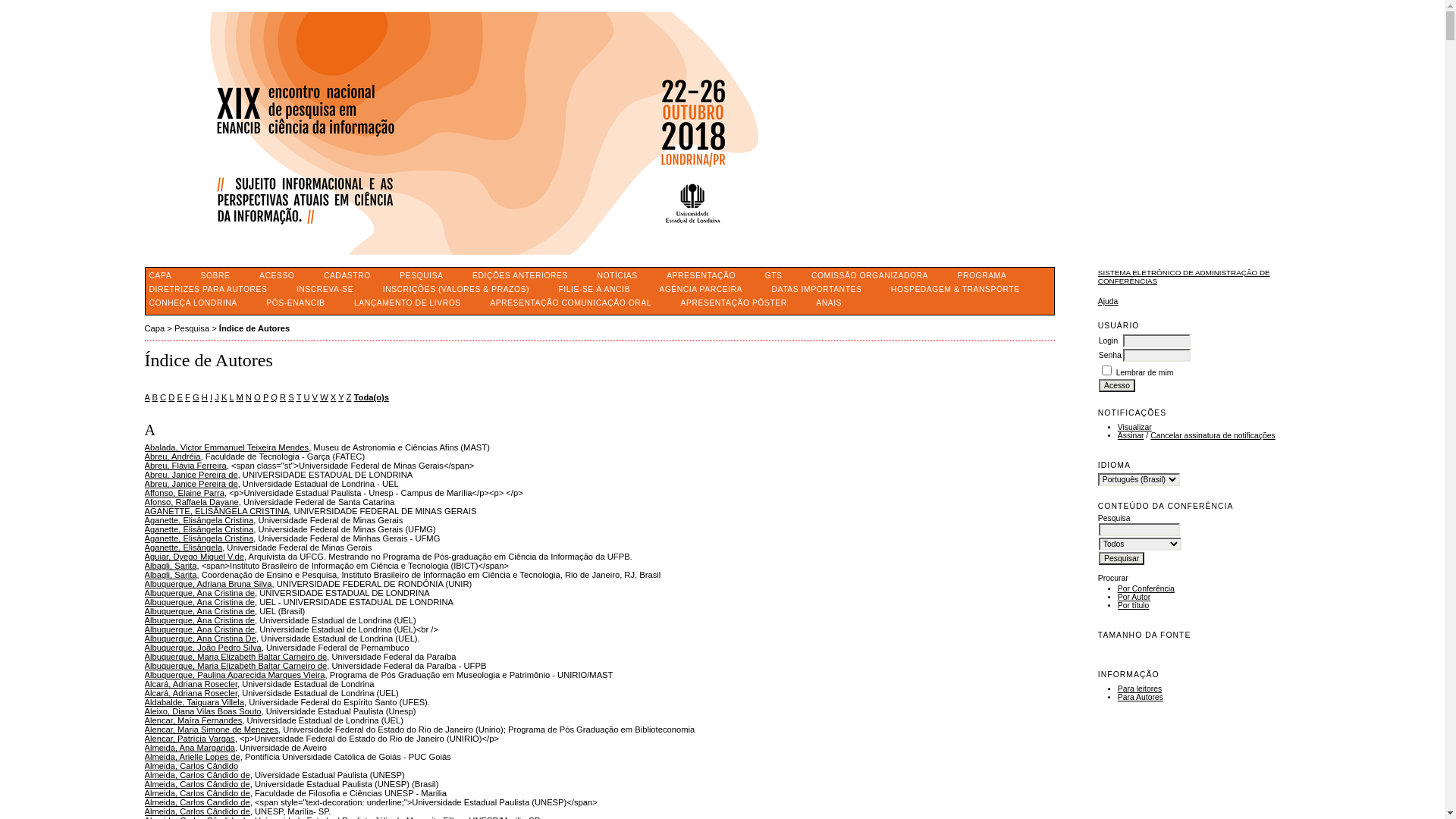 Image resolution: width=1456 pixels, height=819 pixels. What do you see at coordinates (276, 275) in the screenshot?
I see `'ACESSO'` at bounding box center [276, 275].